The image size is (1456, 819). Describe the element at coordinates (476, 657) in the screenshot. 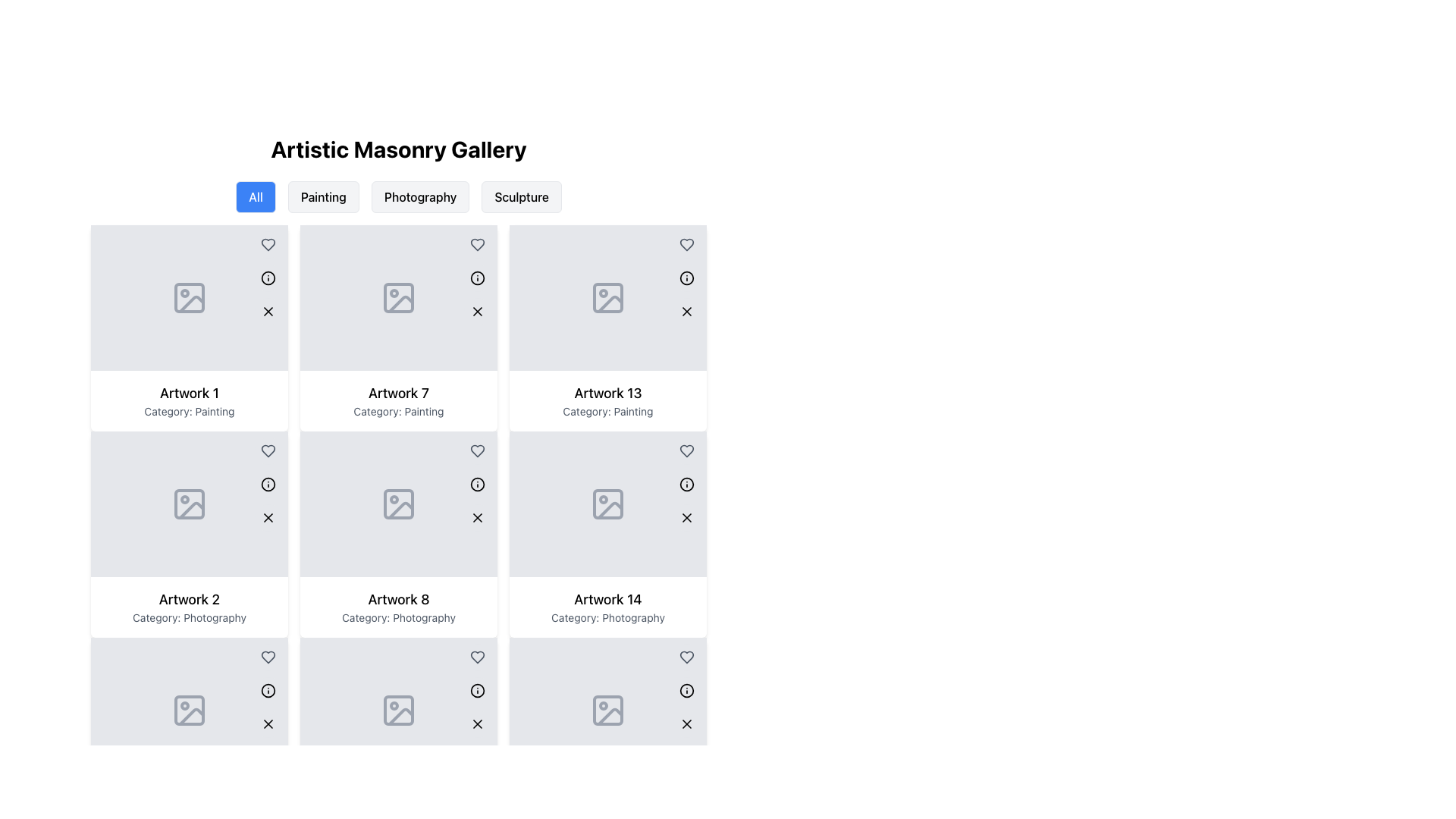

I see `the heart button in the top-right corner of the 'Artwork 8' card to mark it as a favorite` at that location.